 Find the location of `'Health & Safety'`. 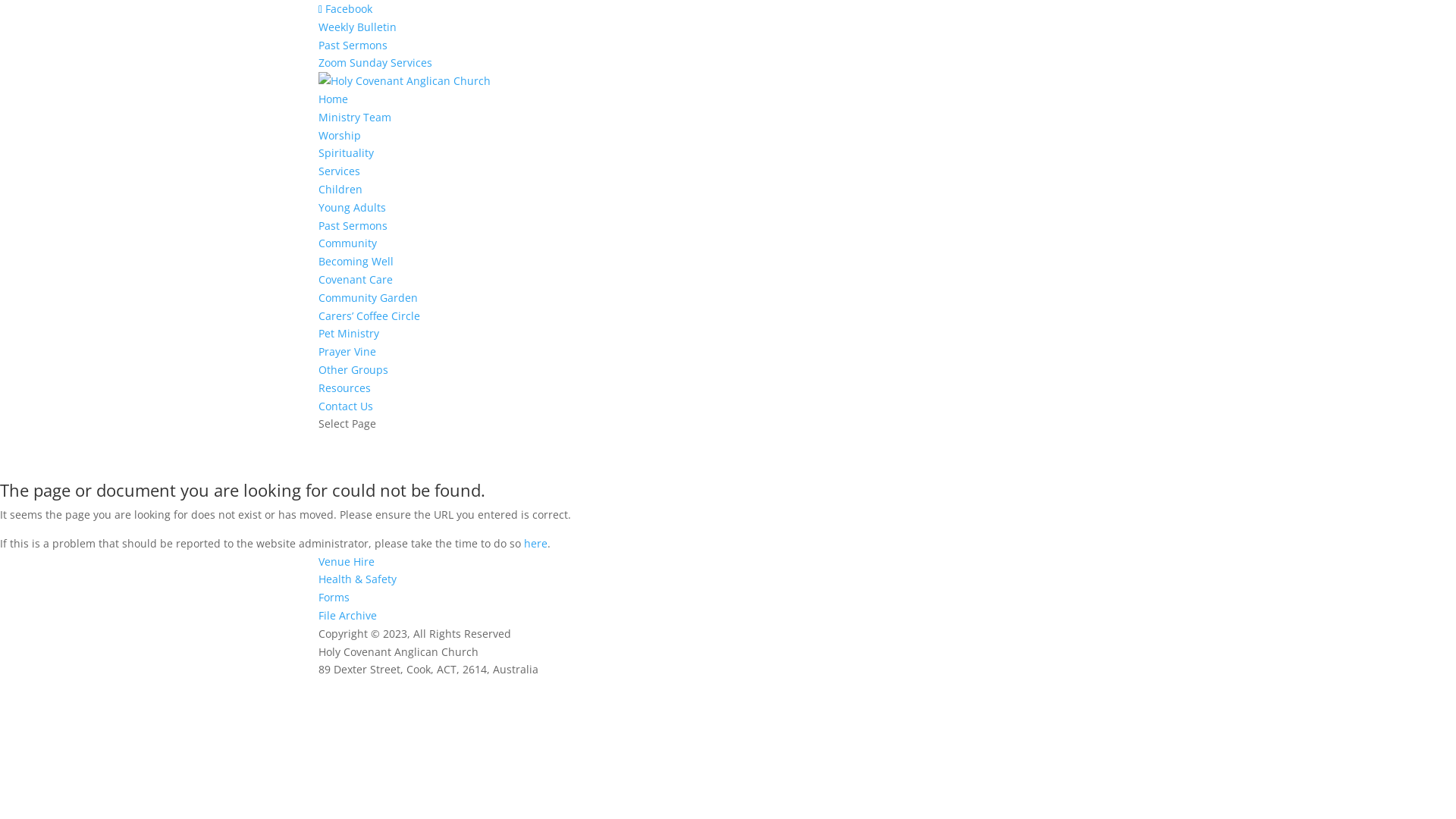

'Health & Safety' is located at coordinates (356, 579).